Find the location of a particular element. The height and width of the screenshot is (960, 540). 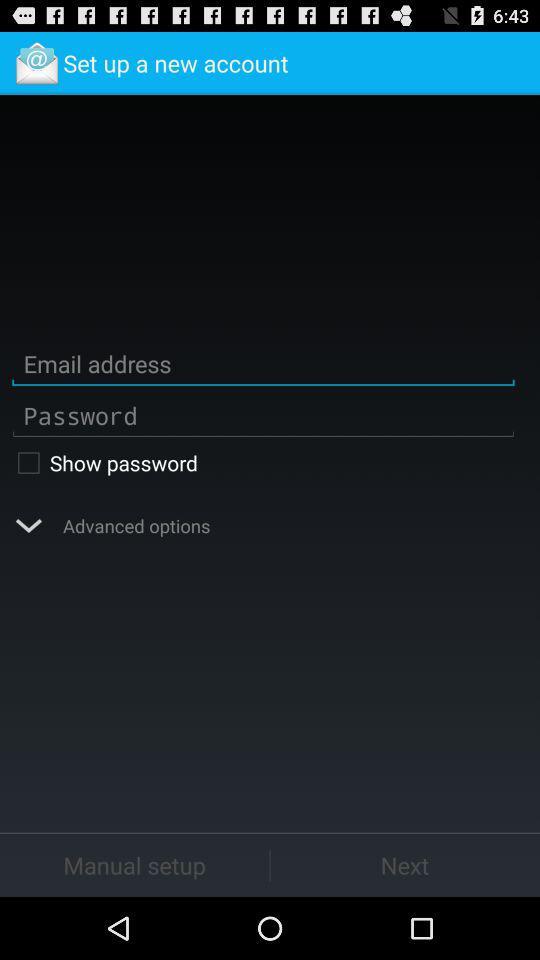

icon next to the next item is located at coordinates (134, 864).